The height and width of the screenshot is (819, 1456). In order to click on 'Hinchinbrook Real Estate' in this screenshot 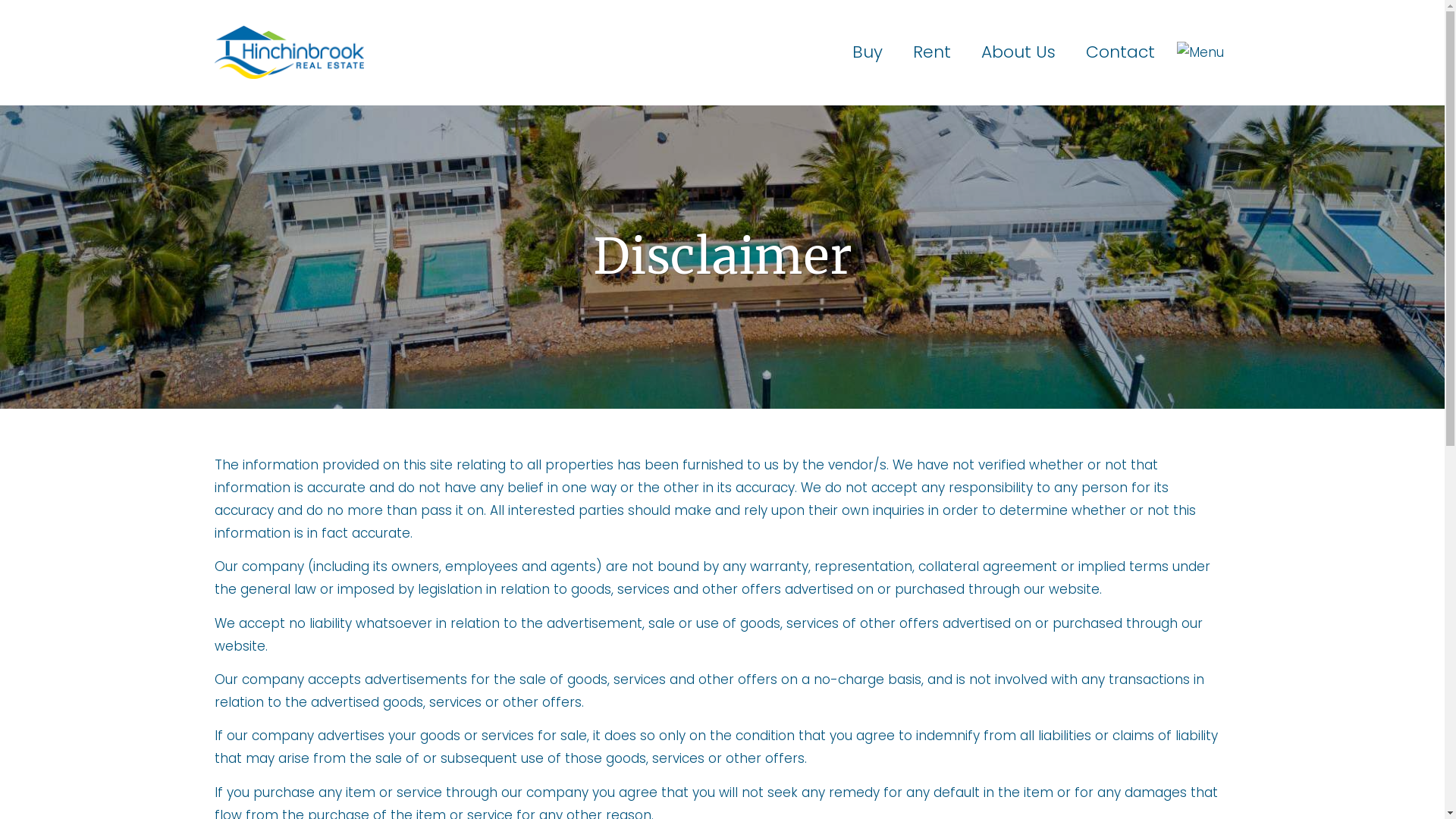, I will do `click(288, 51)`.